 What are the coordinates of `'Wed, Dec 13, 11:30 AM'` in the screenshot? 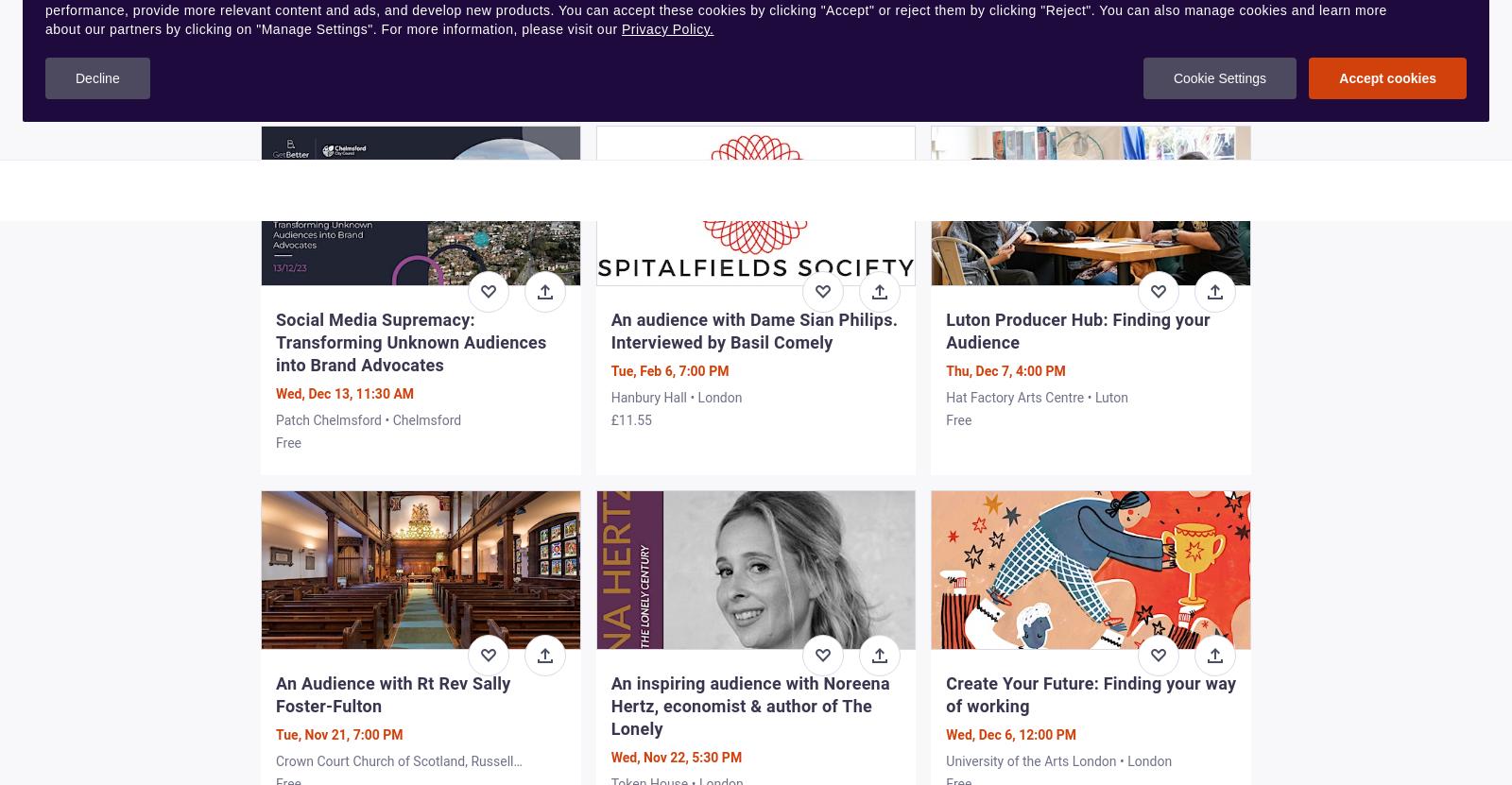 It's located at (344, 392).